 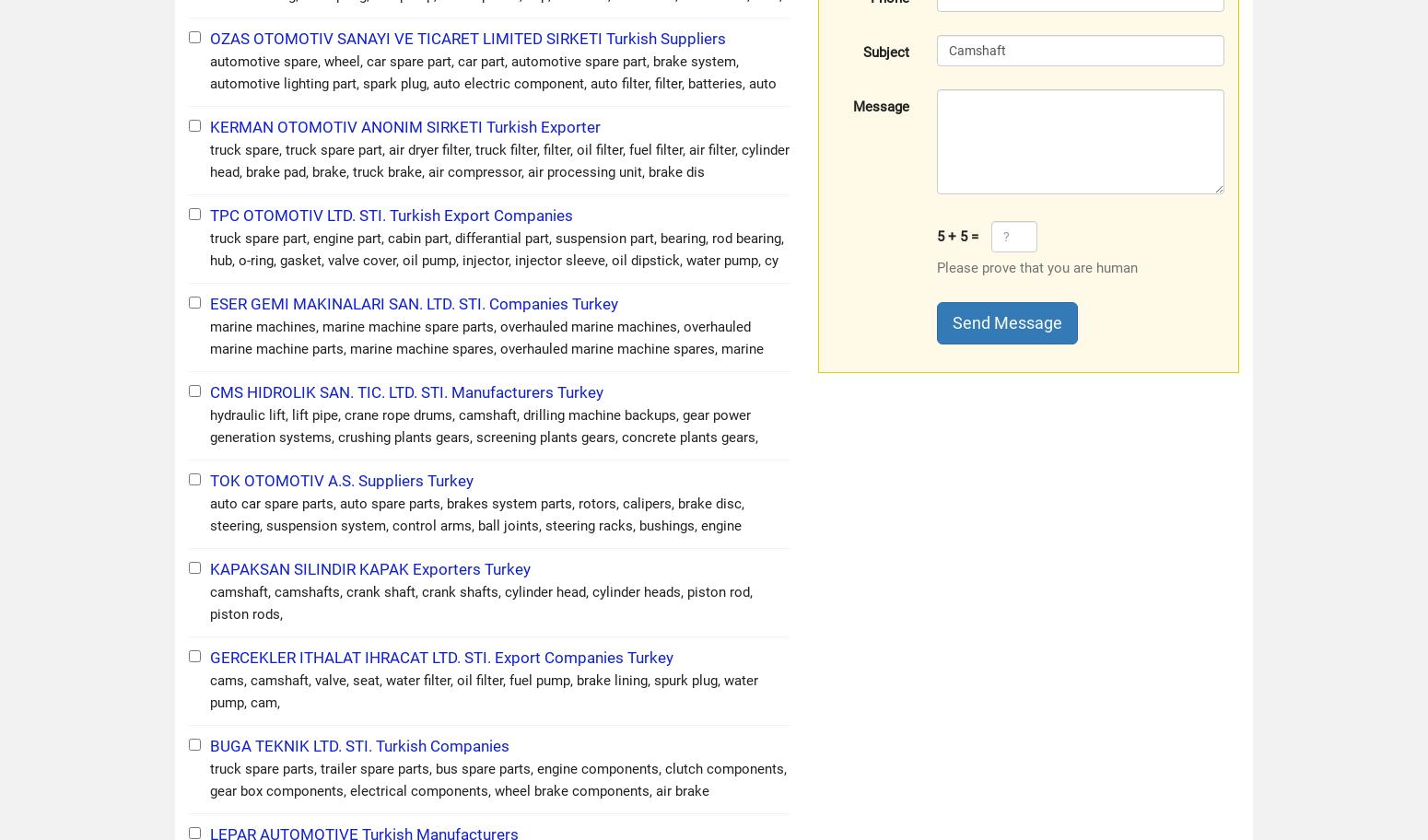 What do you see at coordinates (370, 567) in the screenshot?
I see `'KAPAKSAN SILINDIR KAPAK Exporters Turkey'` at bounding box center [370, 567].